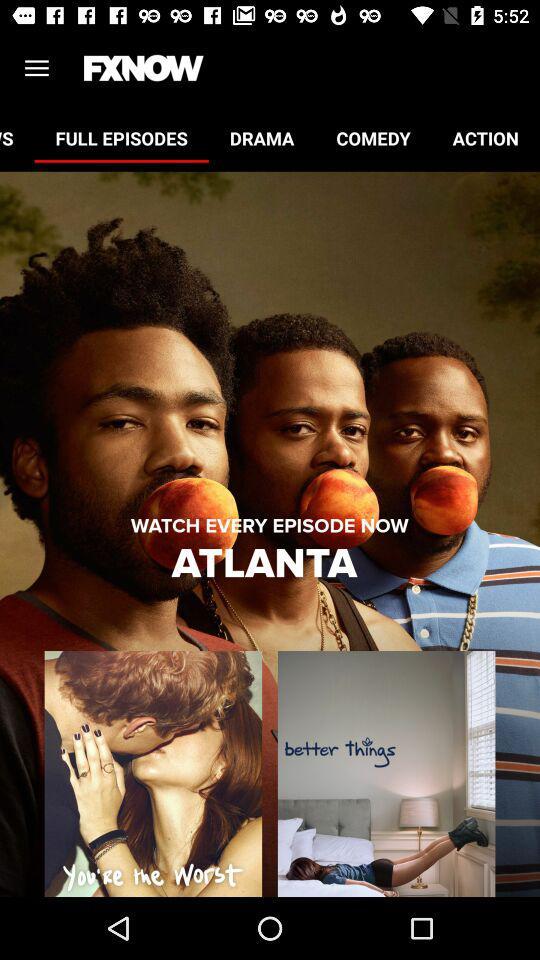 Image resolution: width=540 pixels, height=960 pixels. I want to click on icon to the left of the action, so click(373, 137).